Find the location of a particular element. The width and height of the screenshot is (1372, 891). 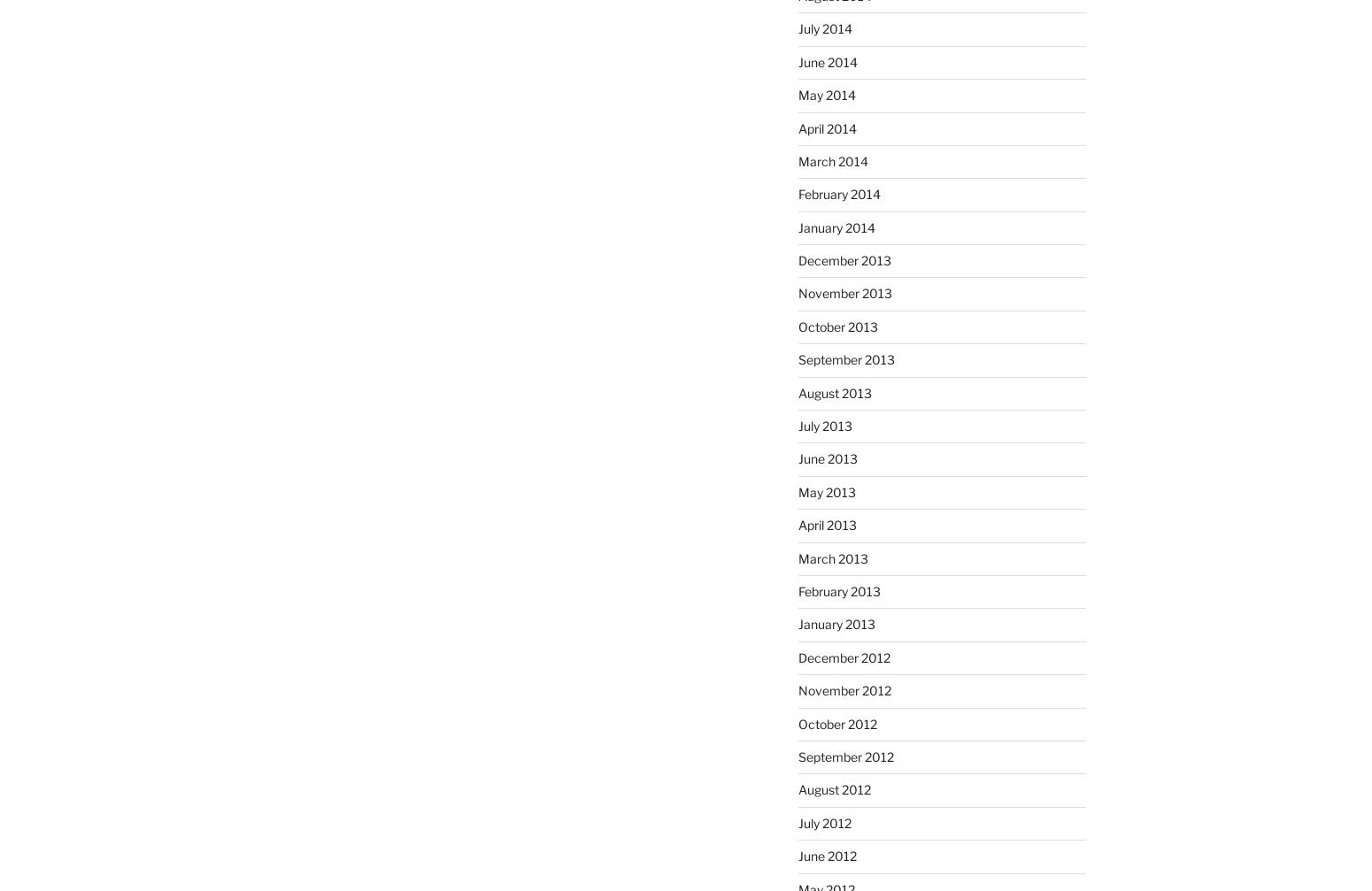

'February 2013' is located at coordinates (837, 589).